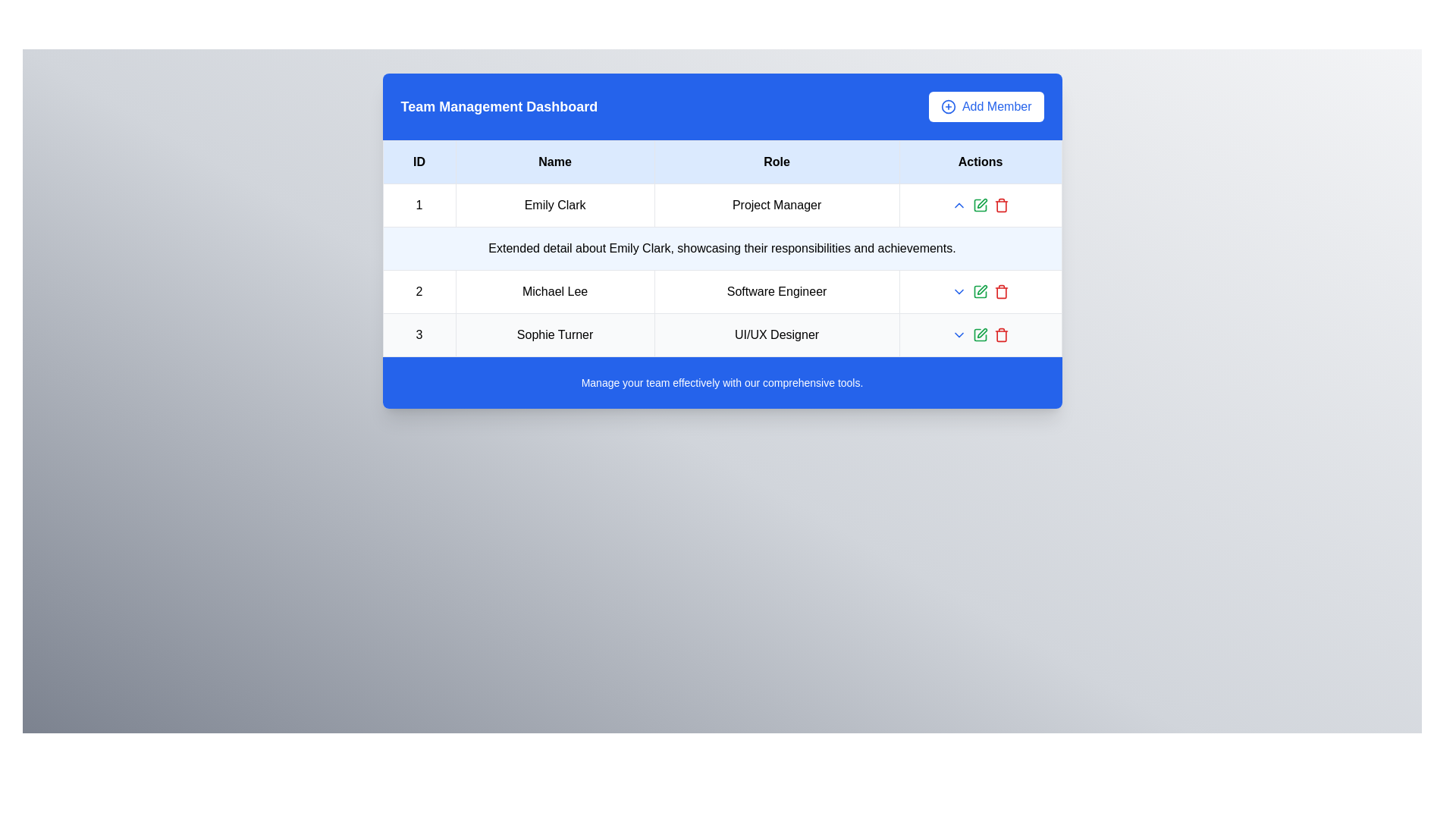  What do you see at coordinates (777, 205) in the screenshot?
I see `the text element displaying 'Project Manager' in the third column of the first visible row of the table, adjacent to 'Emily Clark'` at bounding box center [777, 205].